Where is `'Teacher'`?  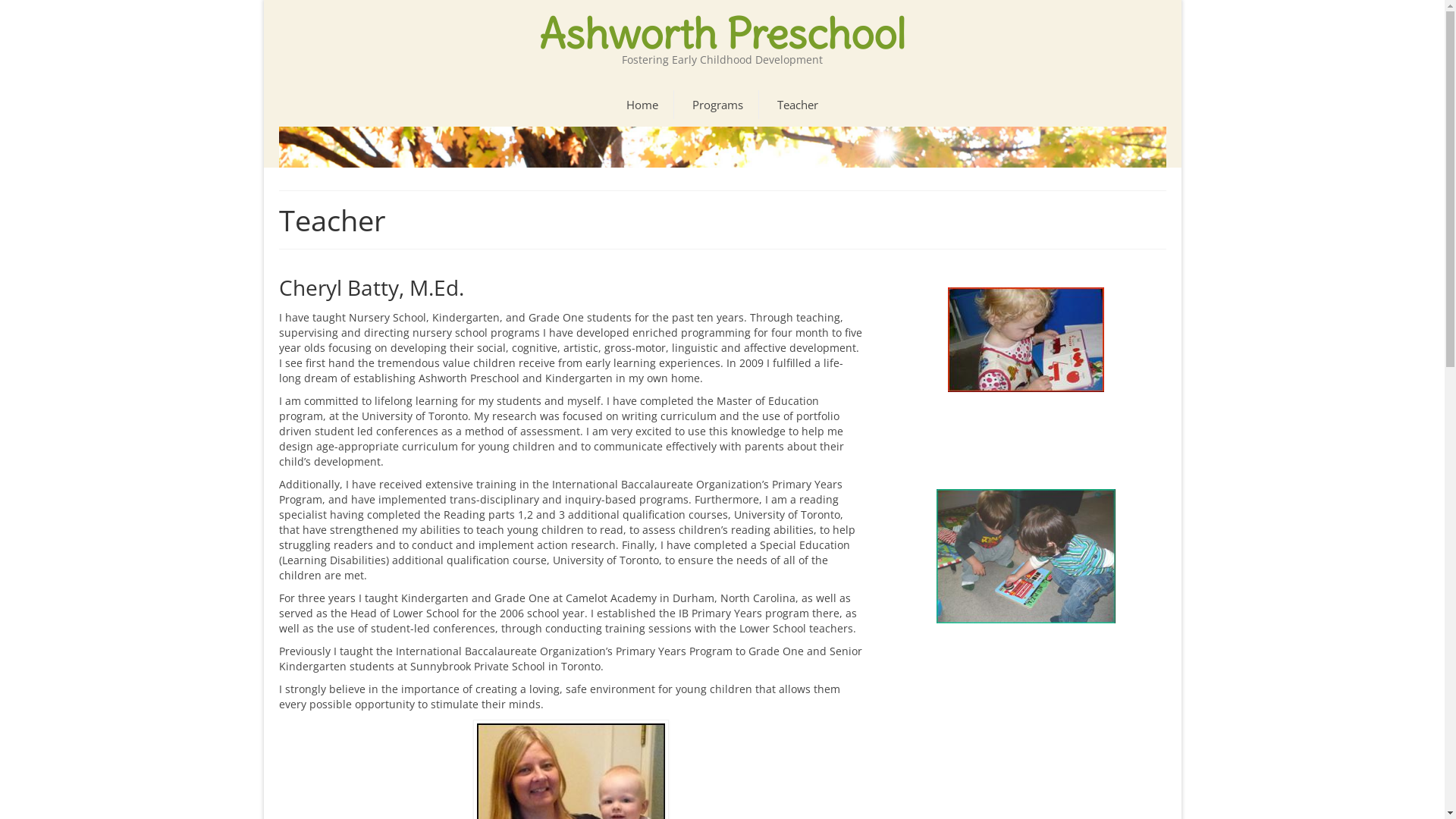 'Teacher' is located at coordinates (796, 104).